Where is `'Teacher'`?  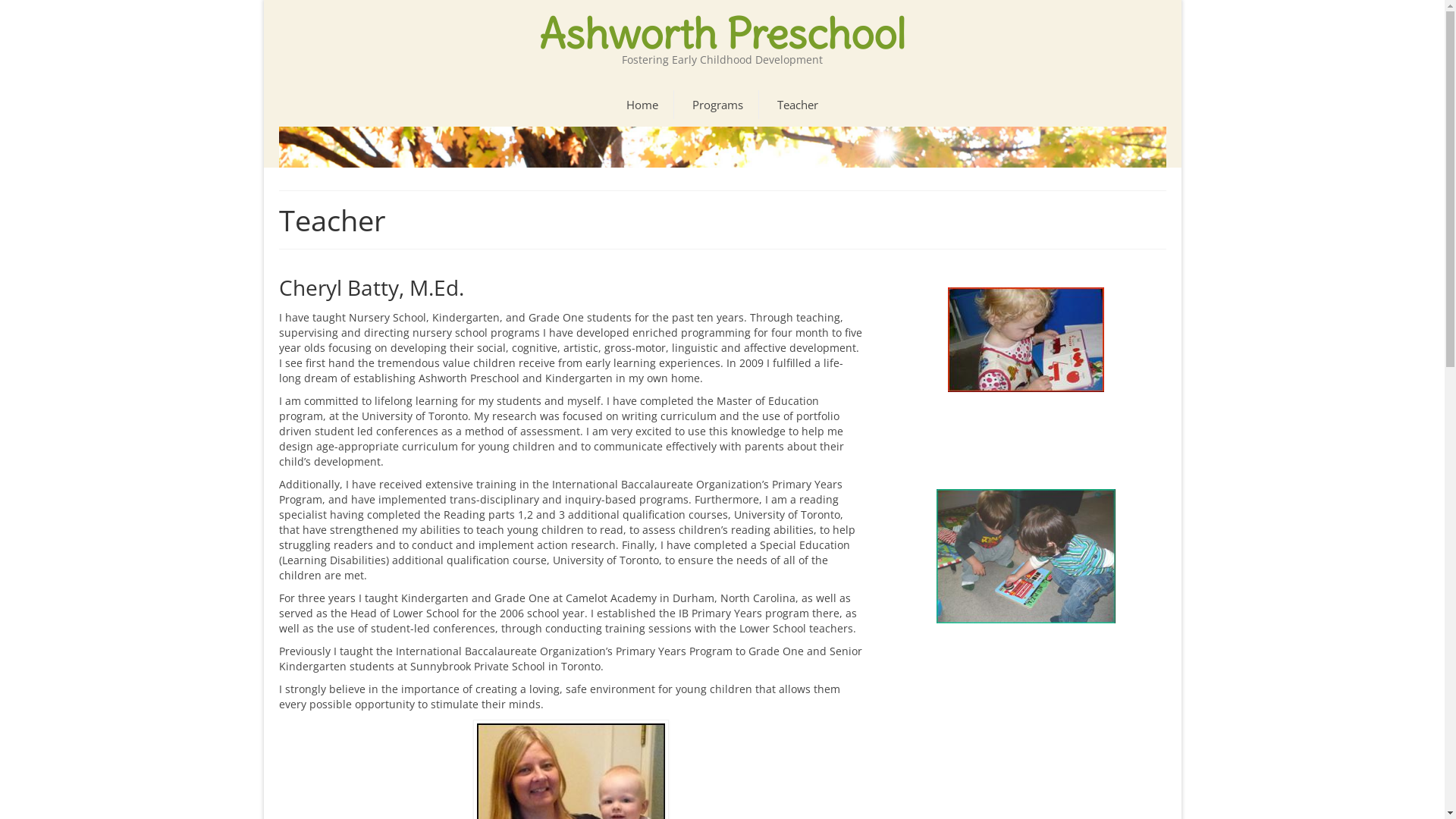 'Teacher' is located at coordinates (796, 104).